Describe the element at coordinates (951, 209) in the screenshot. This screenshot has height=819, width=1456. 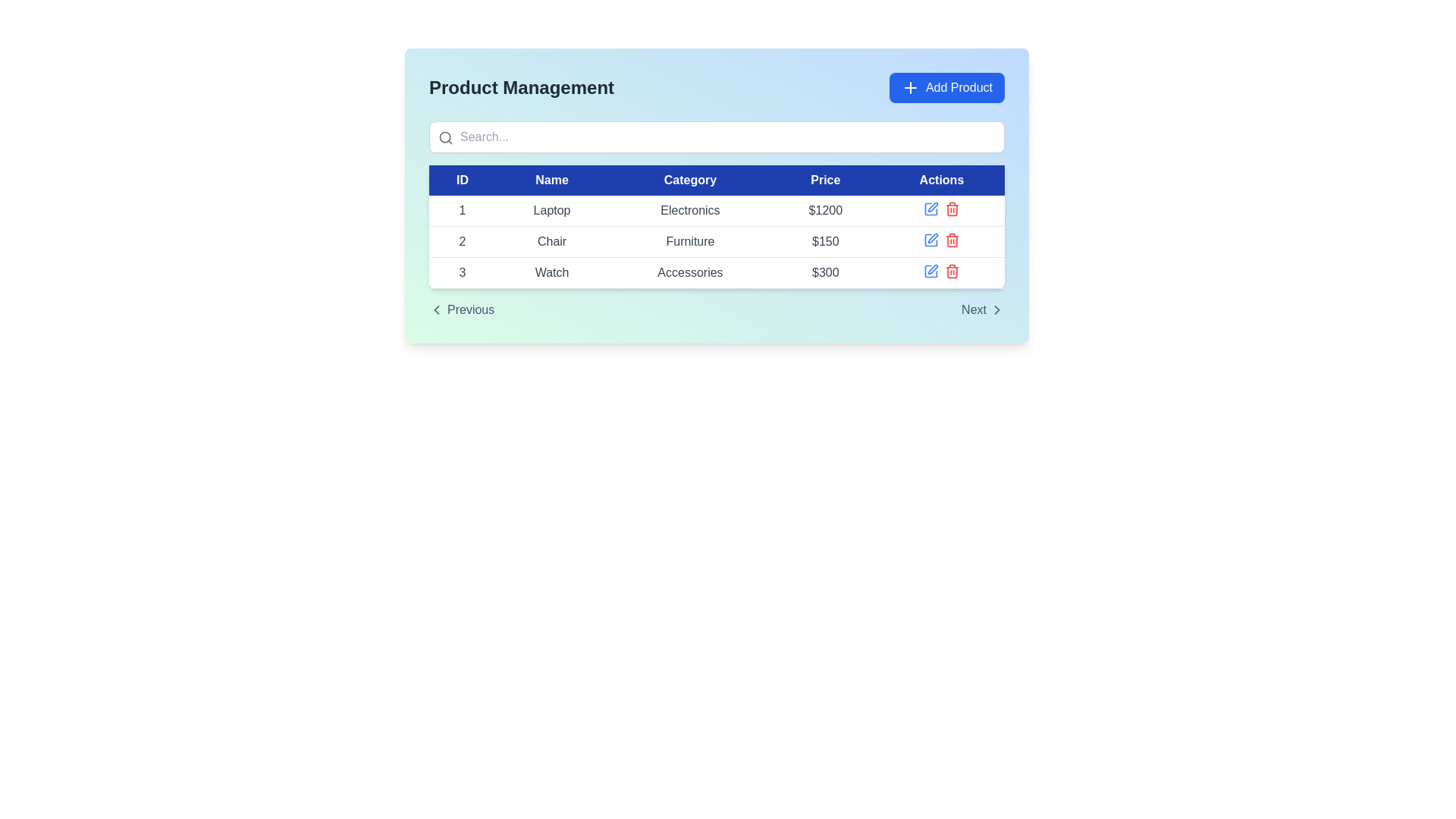
I see `the delete icon button located in the second column of the 'Actions' row` at that location.